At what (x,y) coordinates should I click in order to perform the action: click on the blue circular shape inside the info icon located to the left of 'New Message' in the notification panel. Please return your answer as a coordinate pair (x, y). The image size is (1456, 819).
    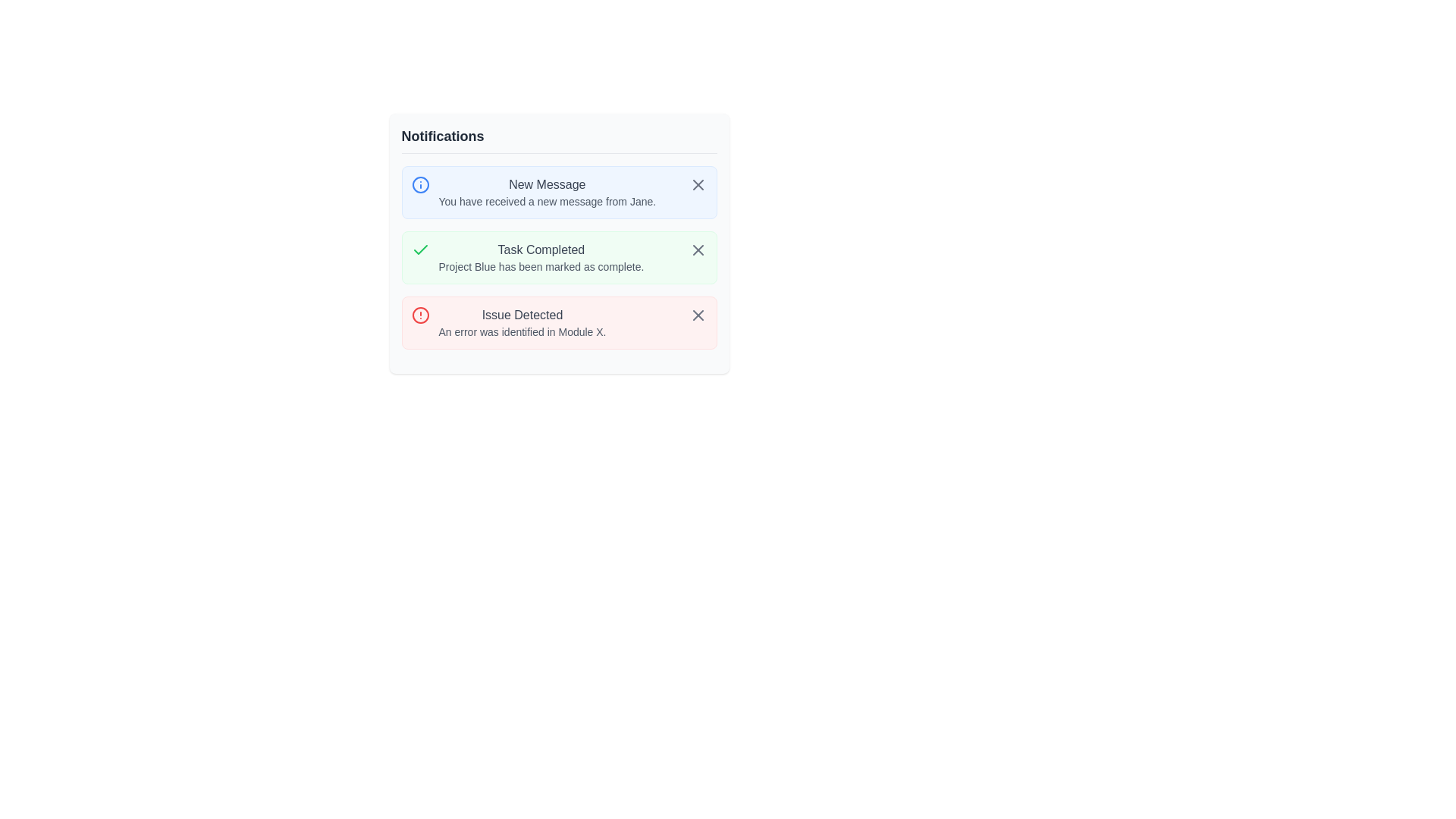
    Looking at the image, I should click on (420, 184).